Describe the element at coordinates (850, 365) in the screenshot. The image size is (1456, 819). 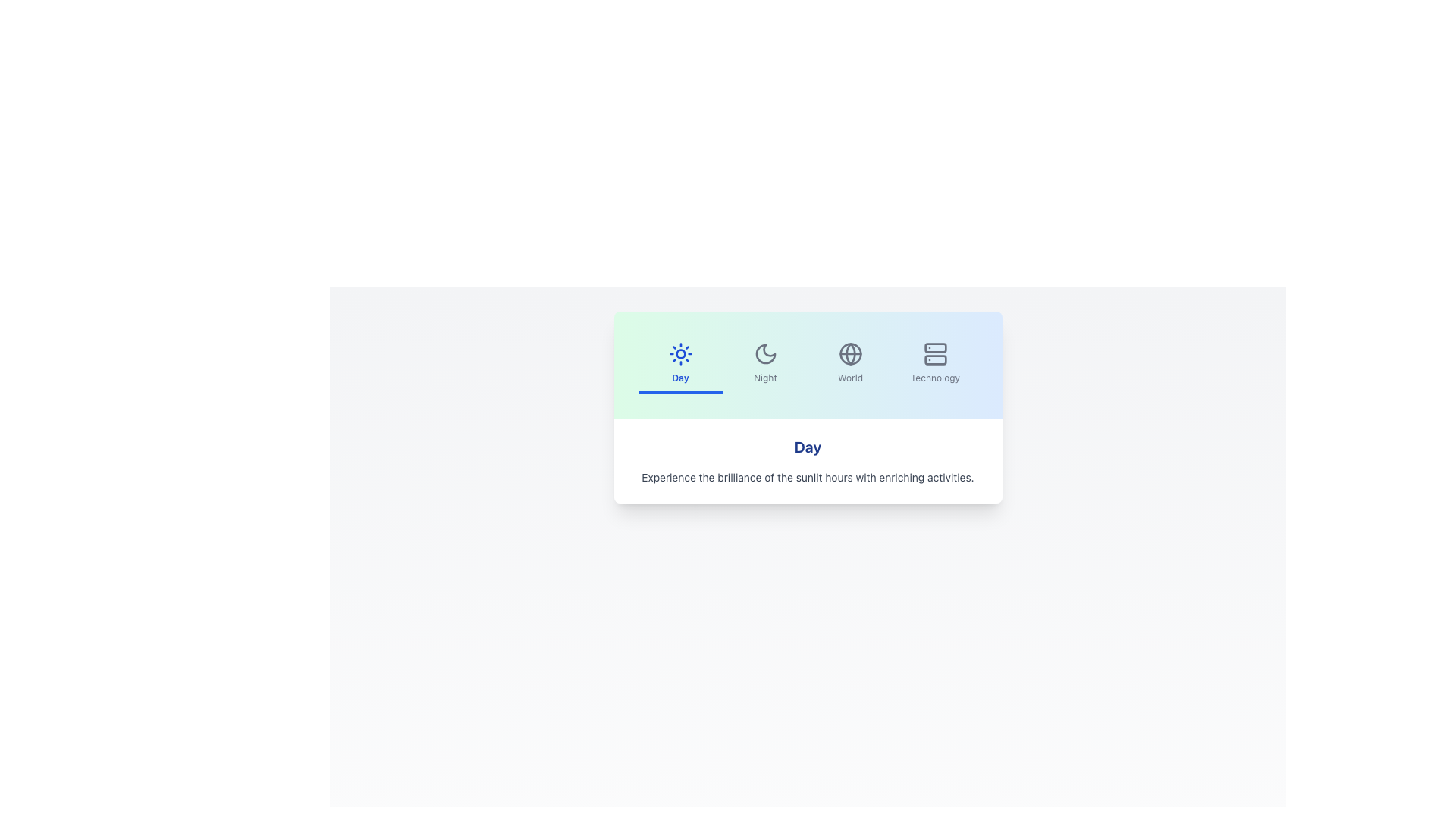
I see `the 'World' navigation button, which is the third option in a row of four icons, positioned between 'Night' and 'Technology'` at that location.